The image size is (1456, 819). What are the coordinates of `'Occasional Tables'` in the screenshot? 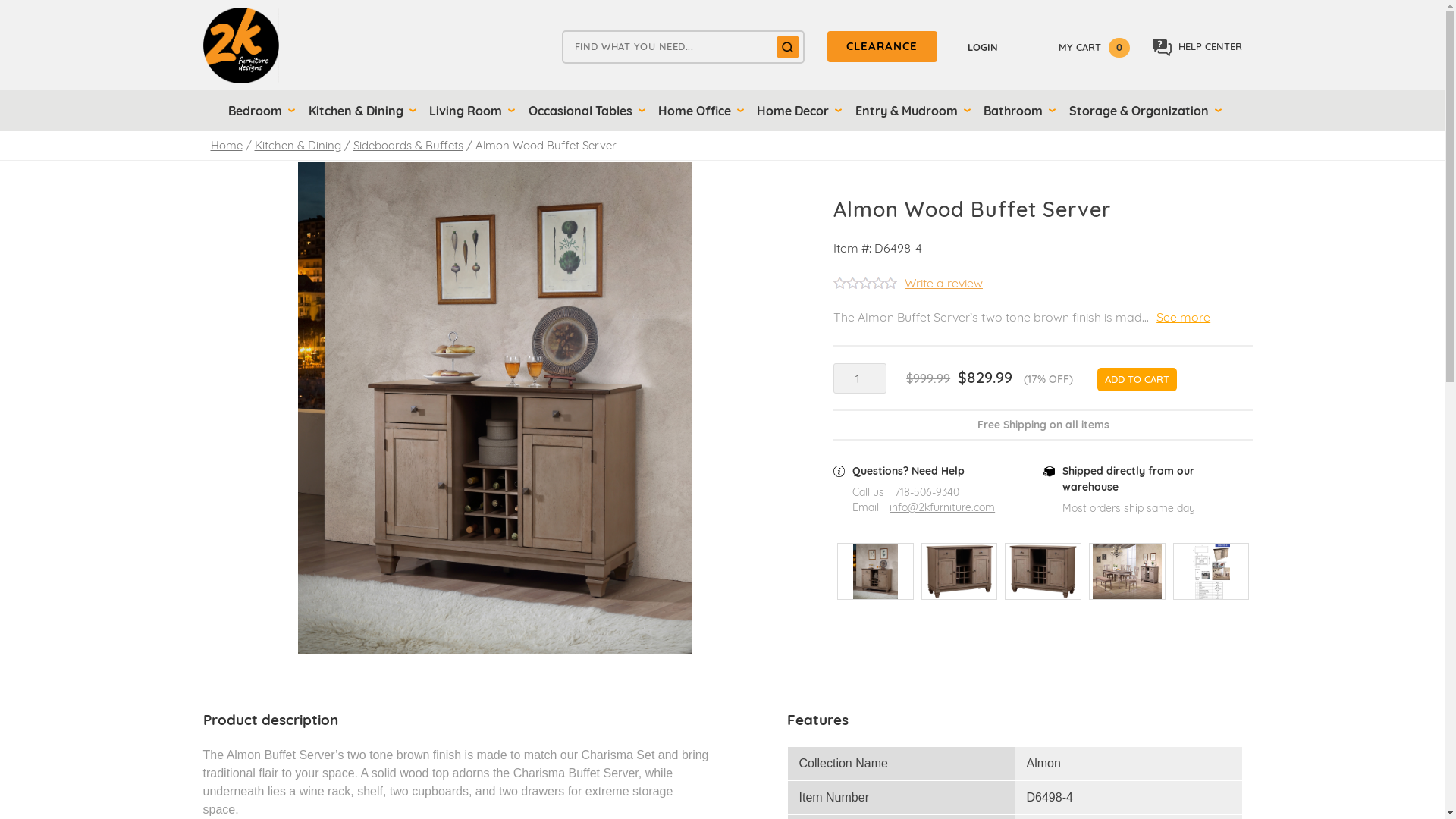 It's located at (583, 110).